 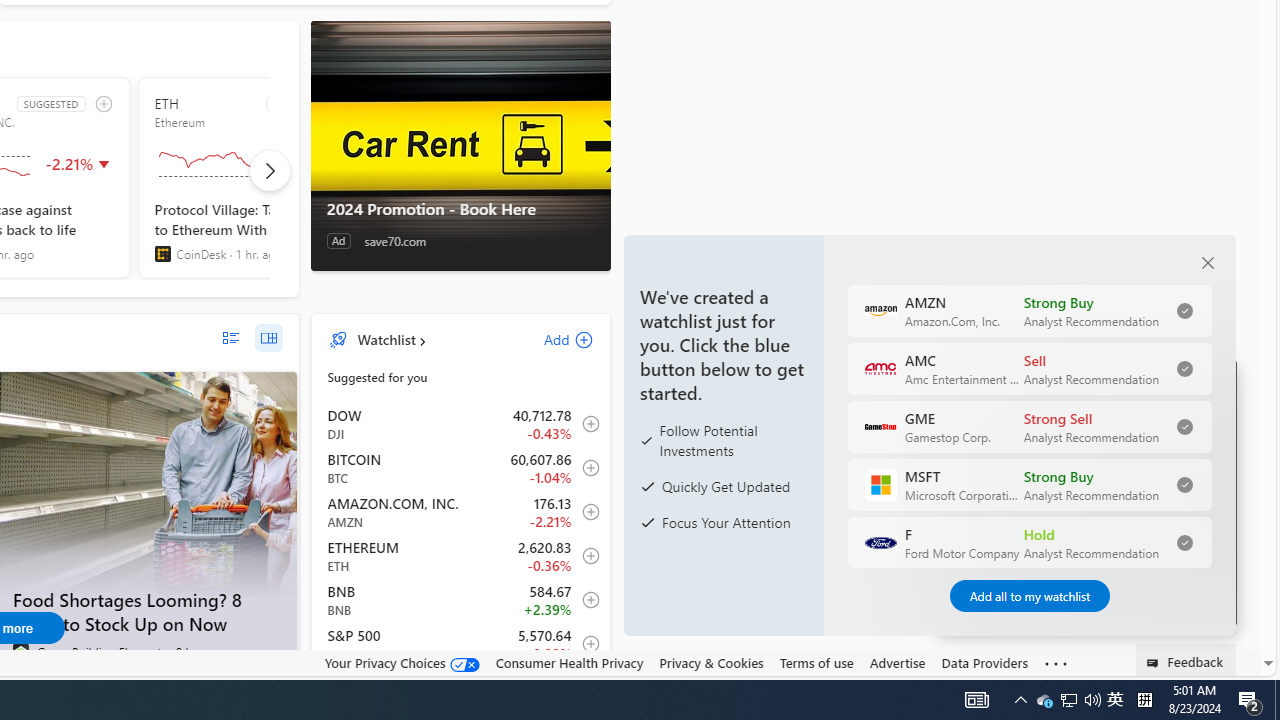 I want to click on 'Ad', so click(x=338, y=240).